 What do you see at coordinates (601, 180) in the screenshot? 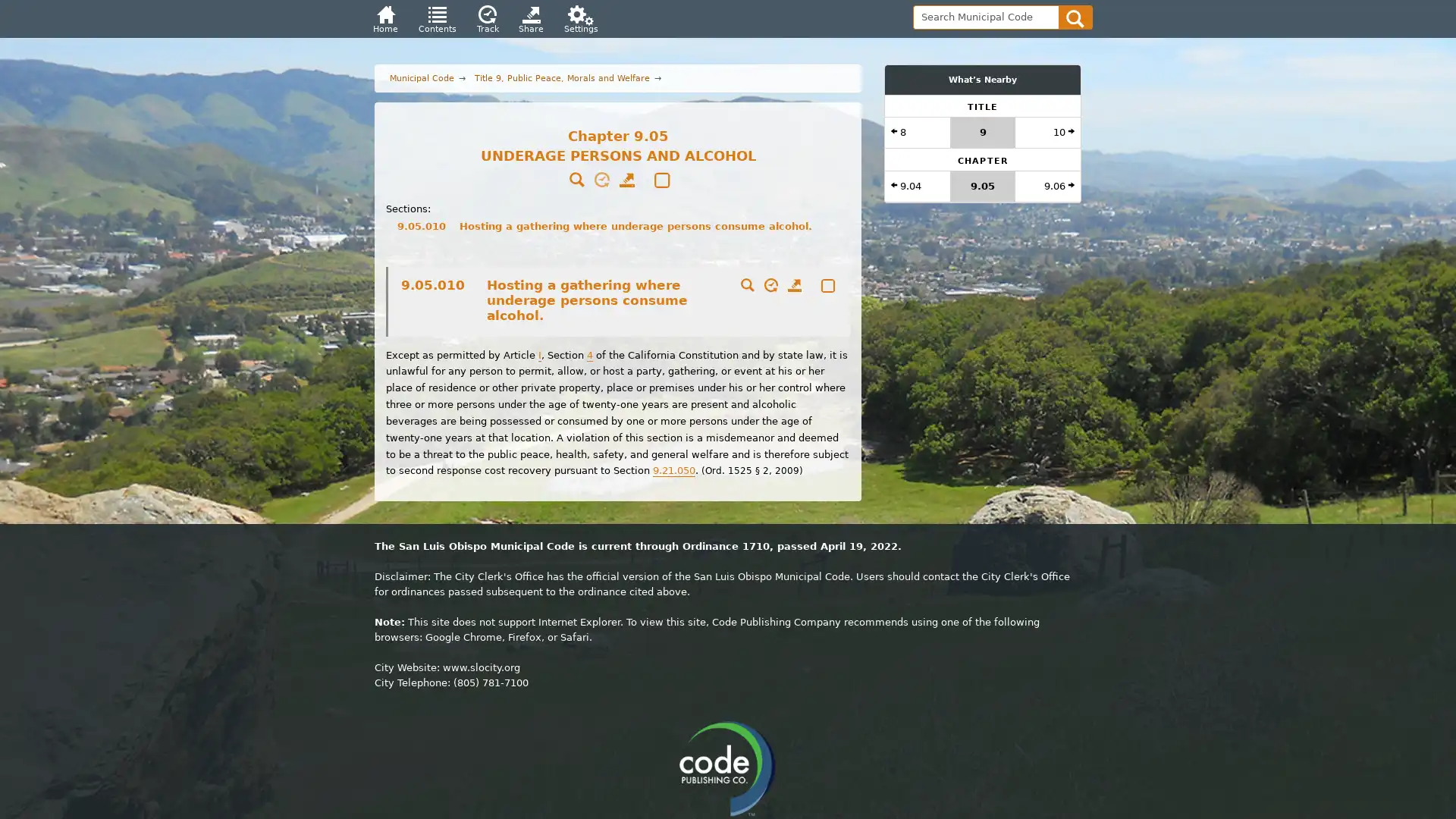
I see `History of This Chapter` at bounding box center [601, 180].